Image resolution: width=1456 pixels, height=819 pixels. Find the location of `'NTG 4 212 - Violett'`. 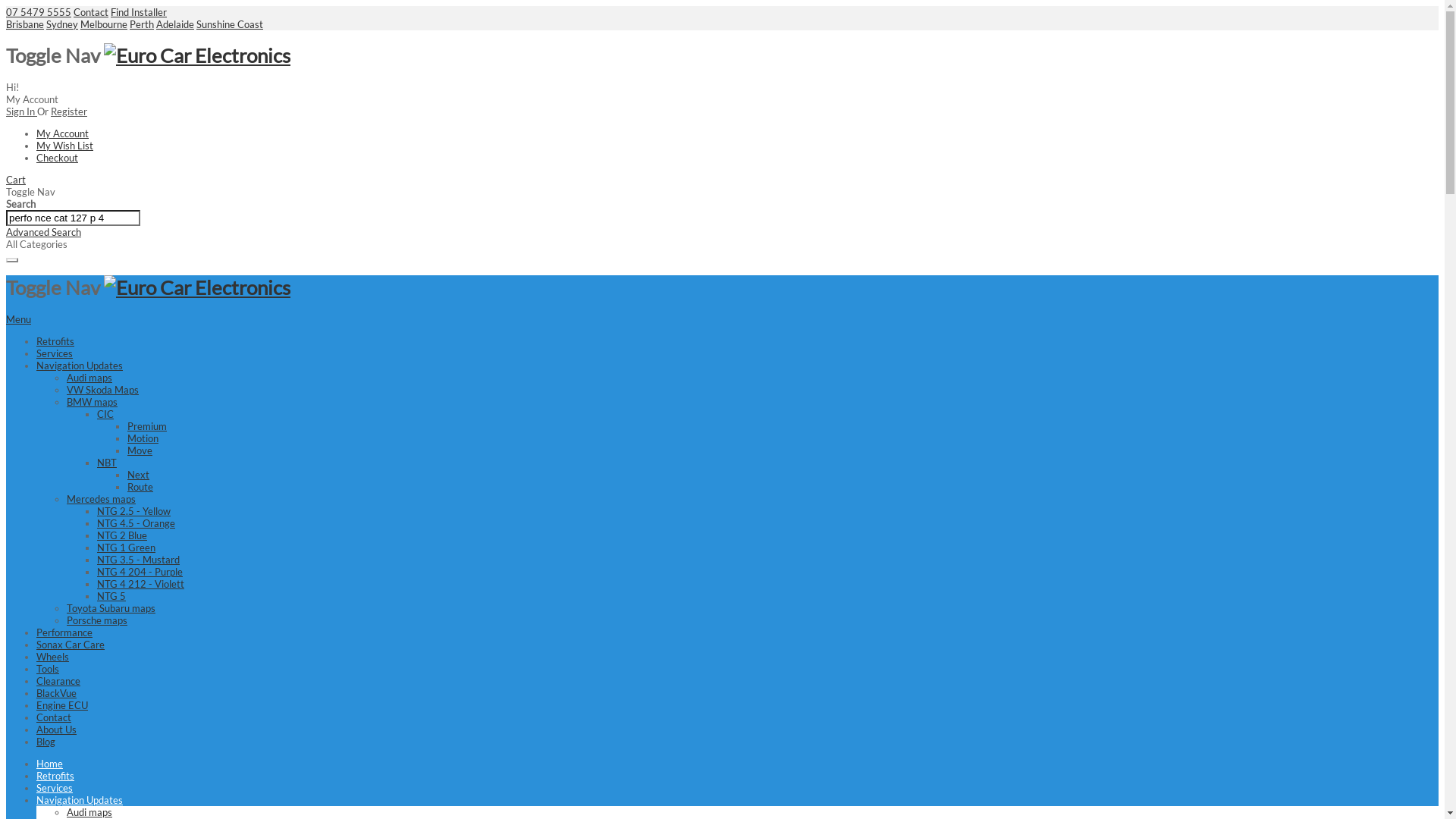

'NTG 4 212 - Violett' is located at coordinates (96, 583).